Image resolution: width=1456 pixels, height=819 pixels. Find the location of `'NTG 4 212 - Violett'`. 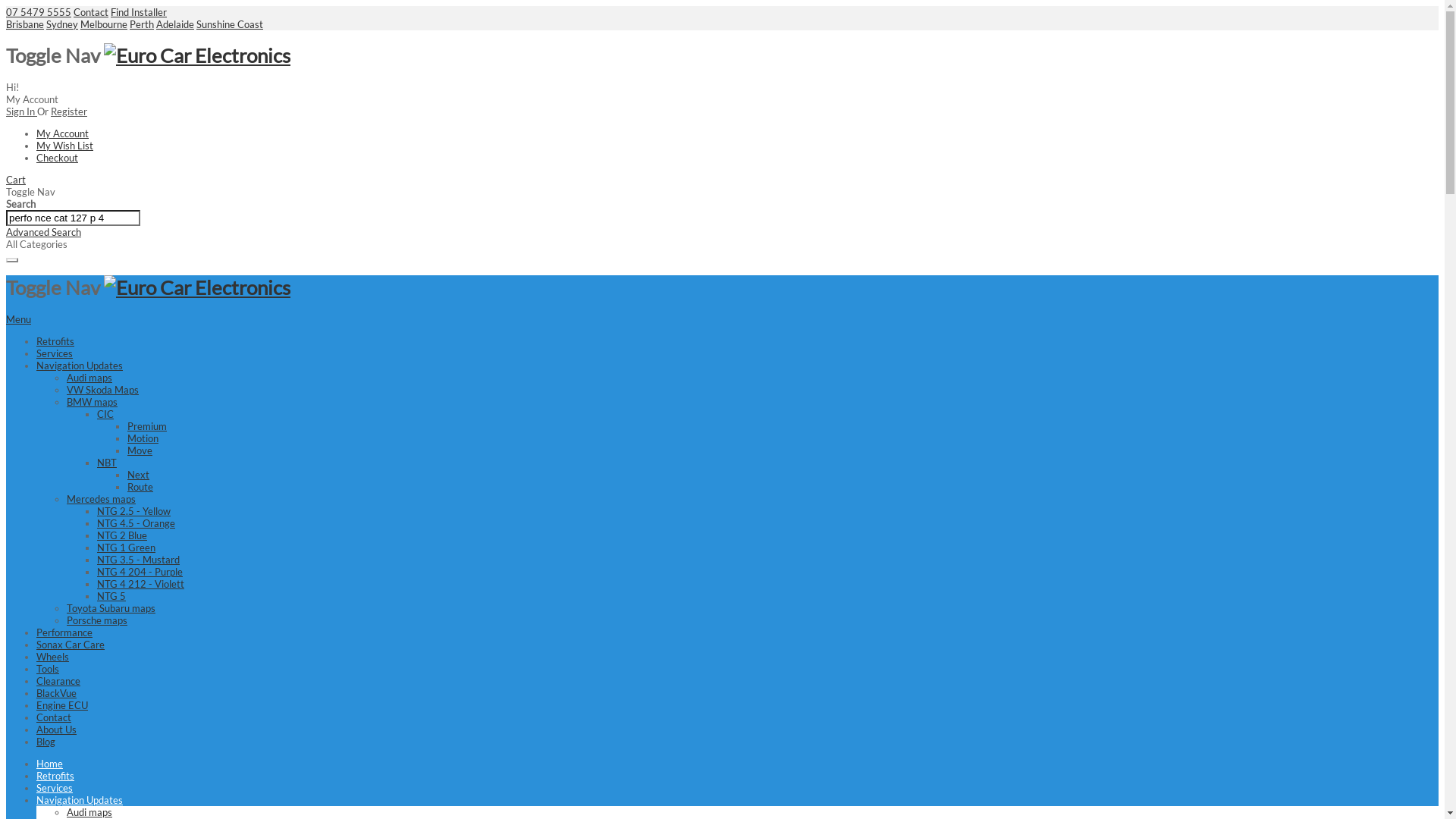

'NTG 4 212 - Violett' is located at coordinates (96, 583).